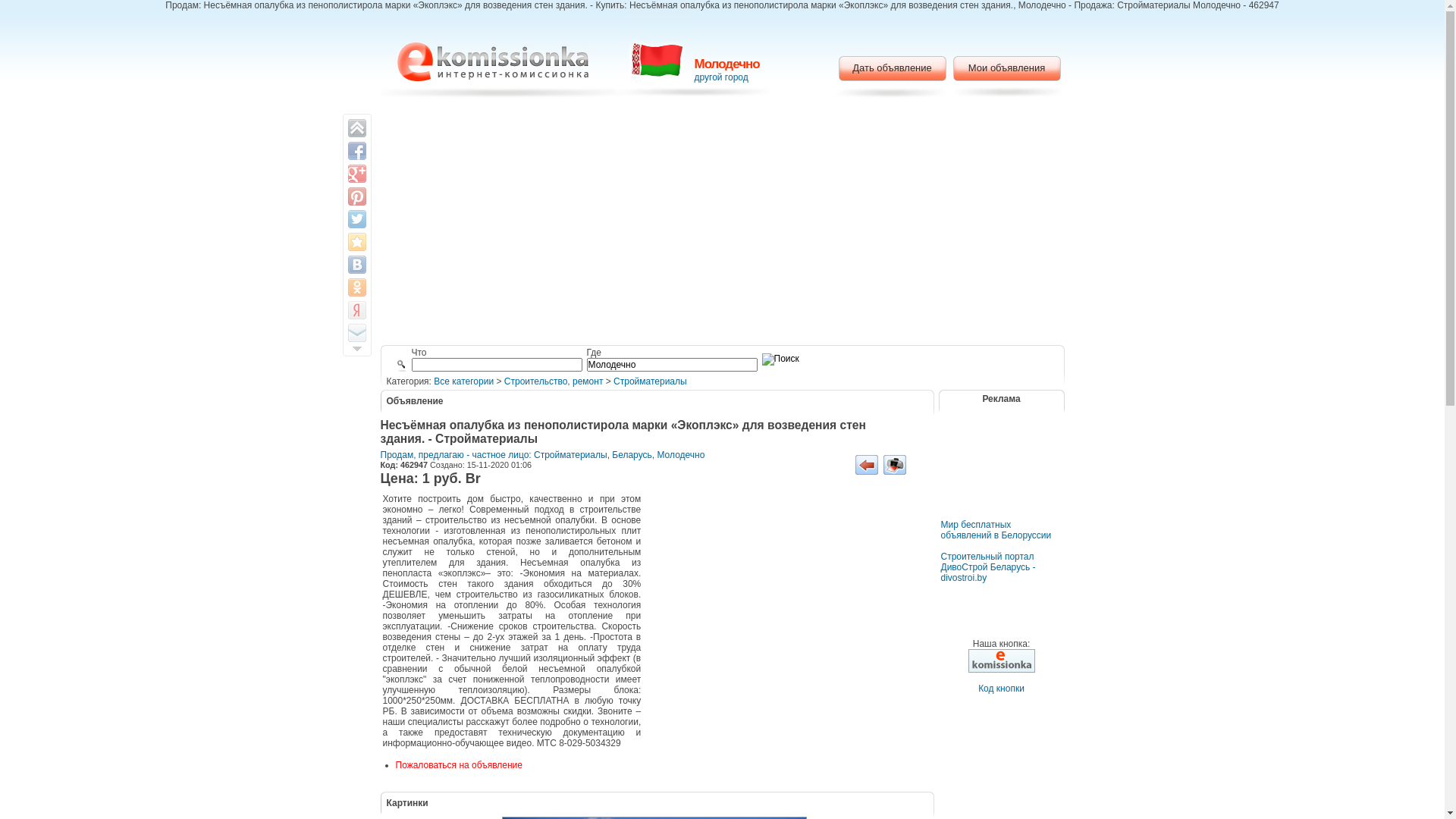 The image size is (1456, 819). What do you see at coordinates (356, 172) in the screenshot?
I see `'Share on Google+'` at bounding box center [356, 172].